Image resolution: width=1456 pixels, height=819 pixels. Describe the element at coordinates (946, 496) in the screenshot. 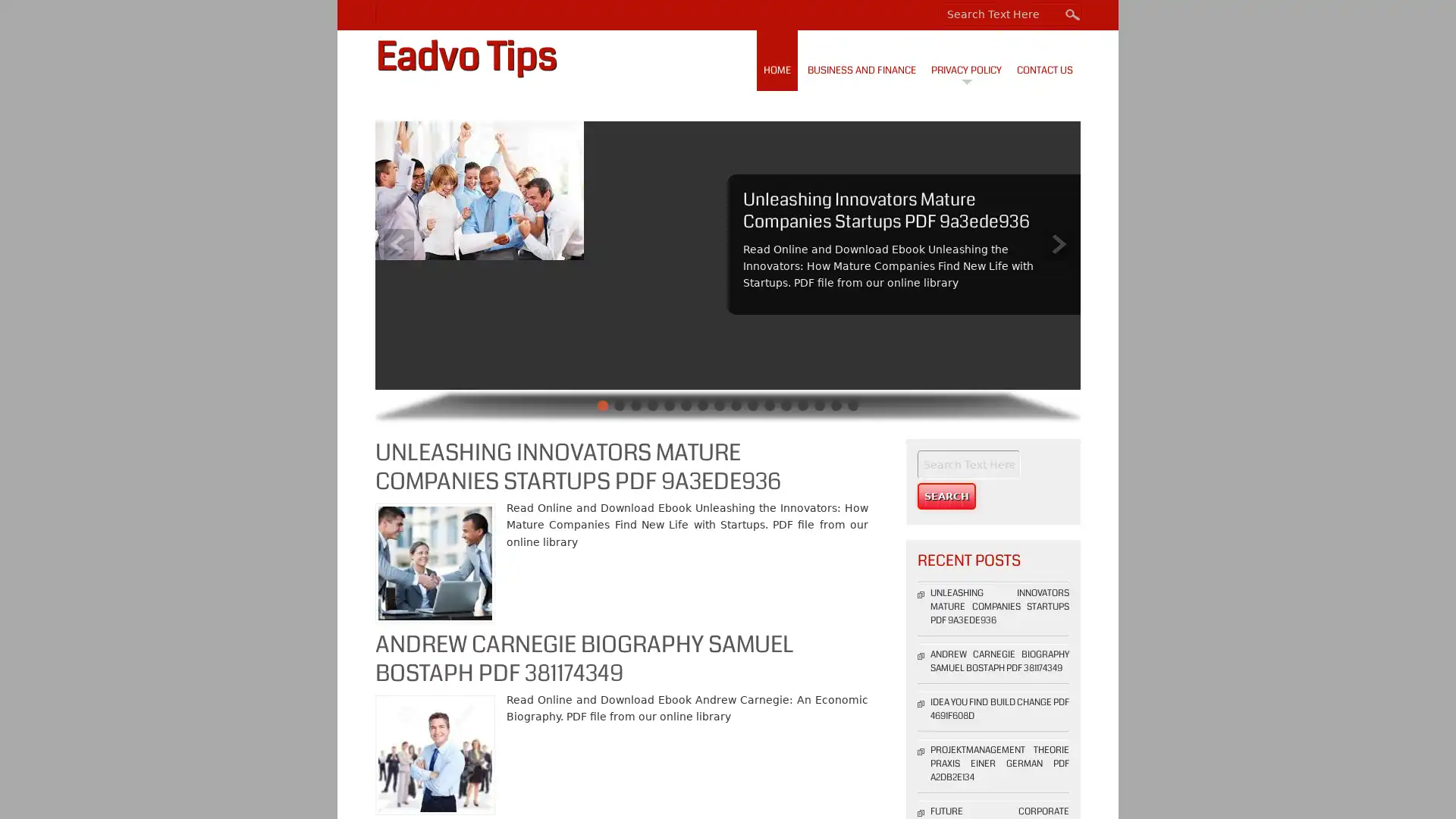

I see `Search` at that location.